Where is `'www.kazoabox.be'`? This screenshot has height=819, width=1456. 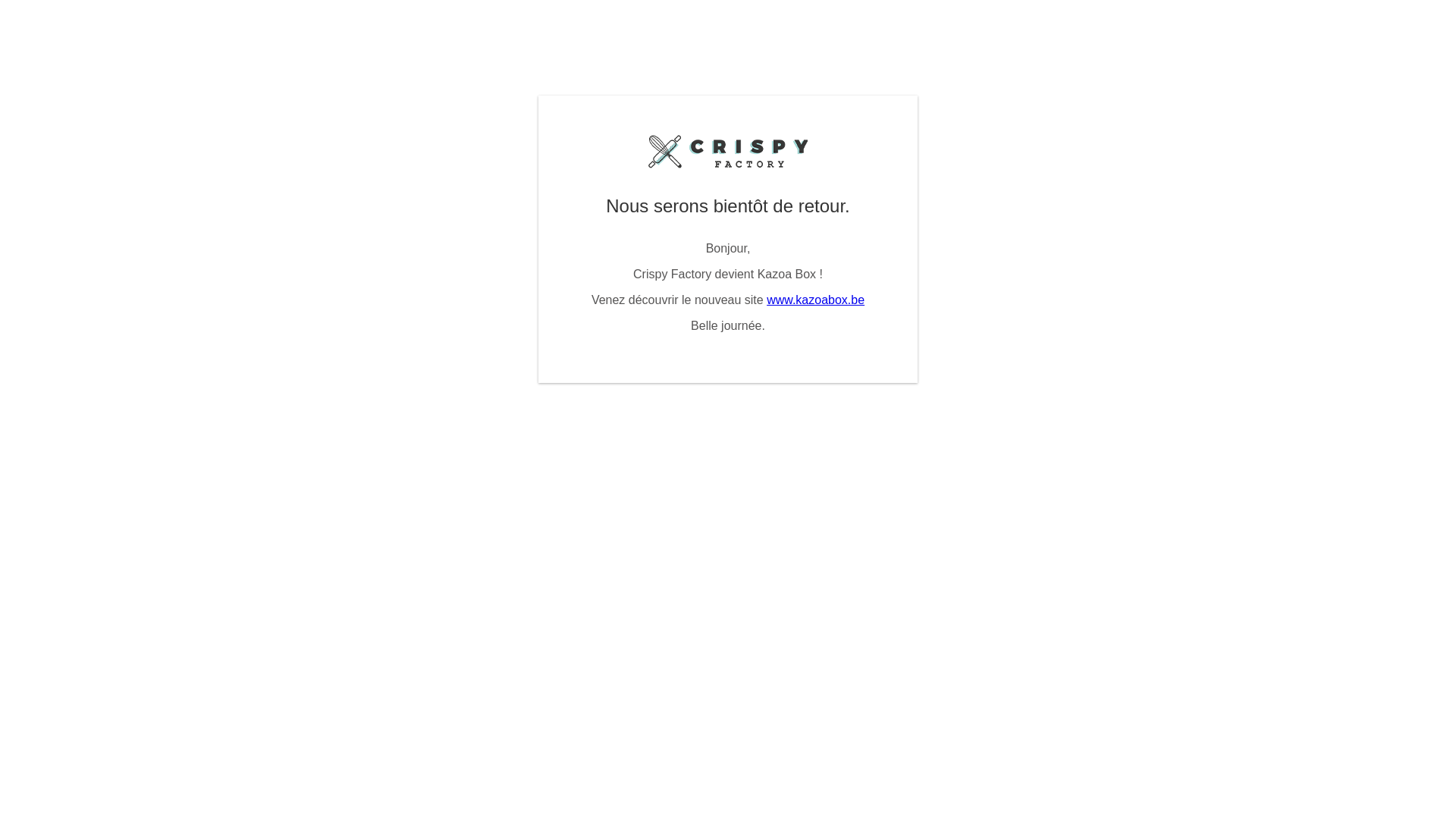
'www.kazoabox.be' is located at coordinates (814, 300).